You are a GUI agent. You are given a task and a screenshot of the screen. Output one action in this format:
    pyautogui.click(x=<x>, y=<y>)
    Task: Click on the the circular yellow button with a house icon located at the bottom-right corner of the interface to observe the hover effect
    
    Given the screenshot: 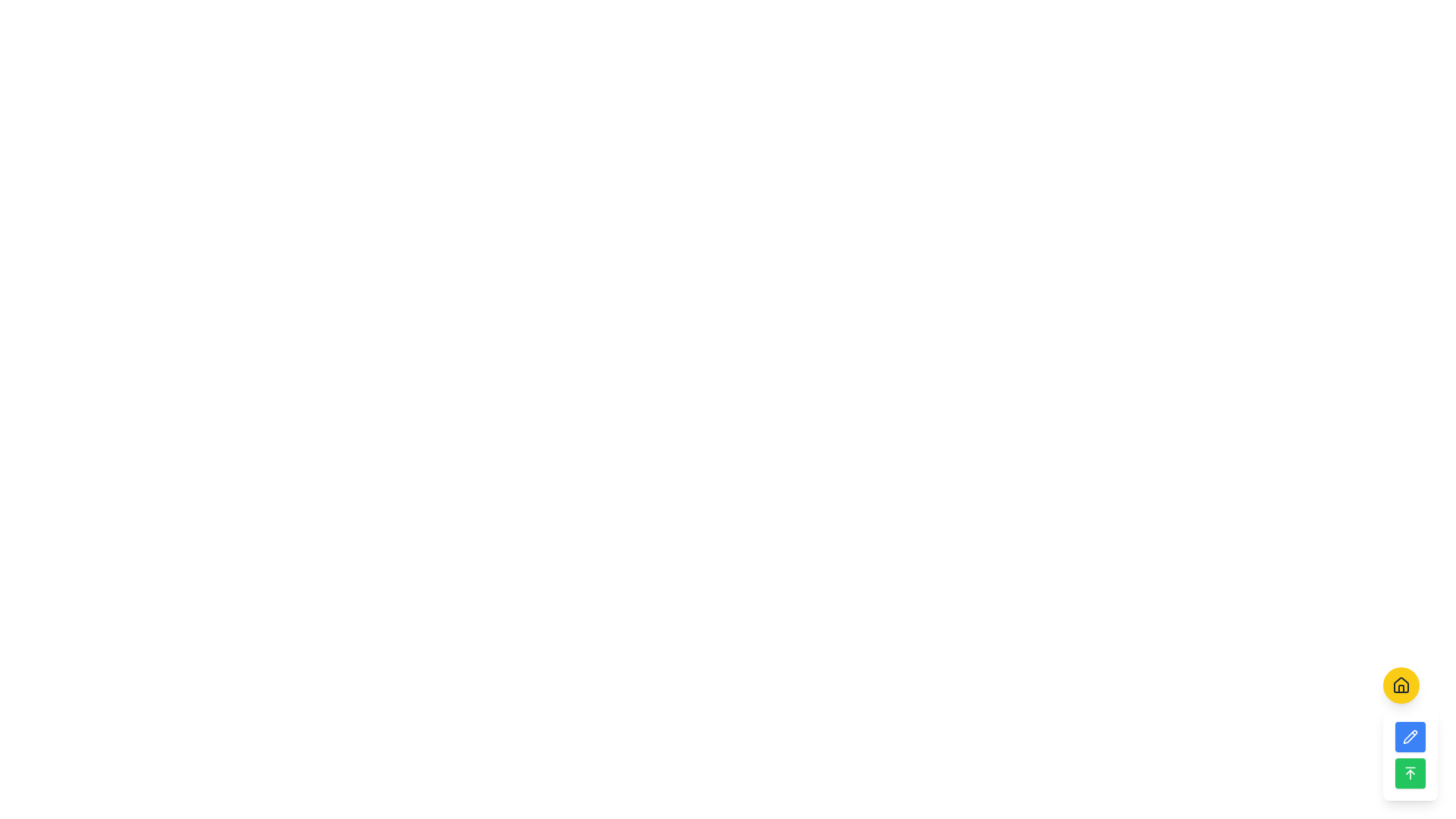 What is the action you would take?
    pyautogui.click(x=1401, y=685)
    